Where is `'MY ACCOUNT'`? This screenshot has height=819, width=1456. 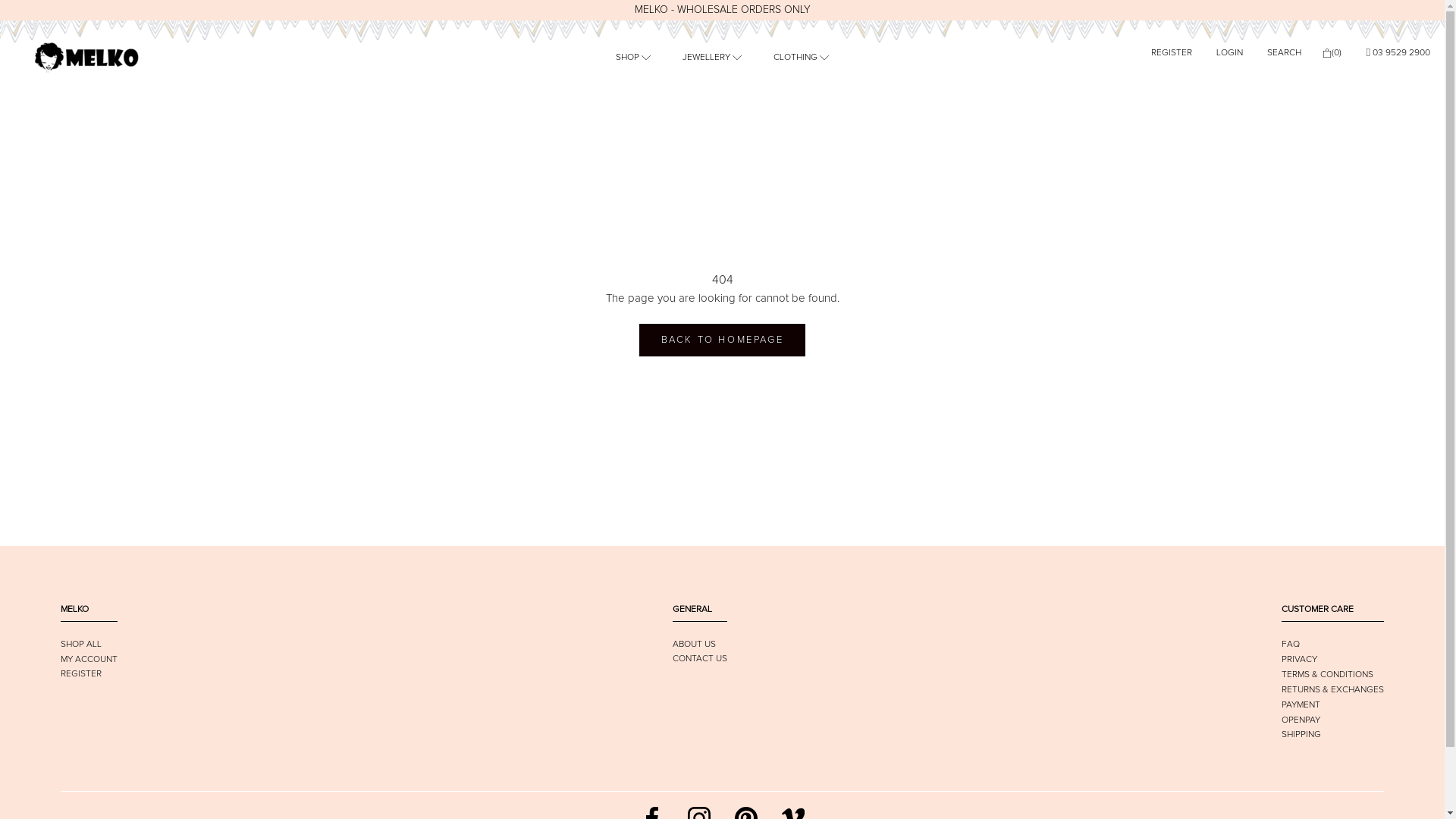
'MY ACCOUNT' is located at coordinates (88, 659).